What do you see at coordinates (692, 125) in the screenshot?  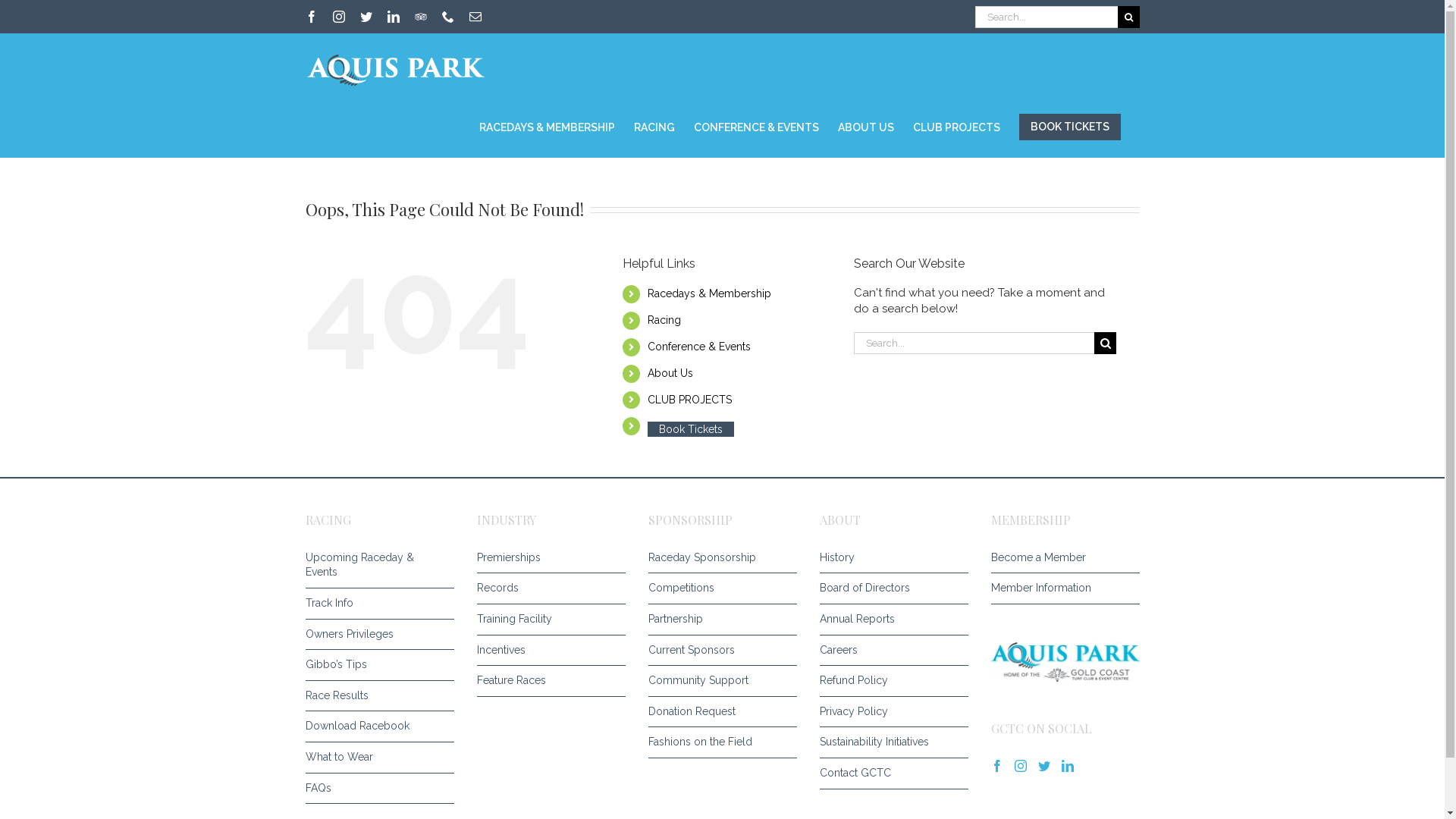 I see `'CONFERENCE & EVENTS'` at bounding box center [692, 125].